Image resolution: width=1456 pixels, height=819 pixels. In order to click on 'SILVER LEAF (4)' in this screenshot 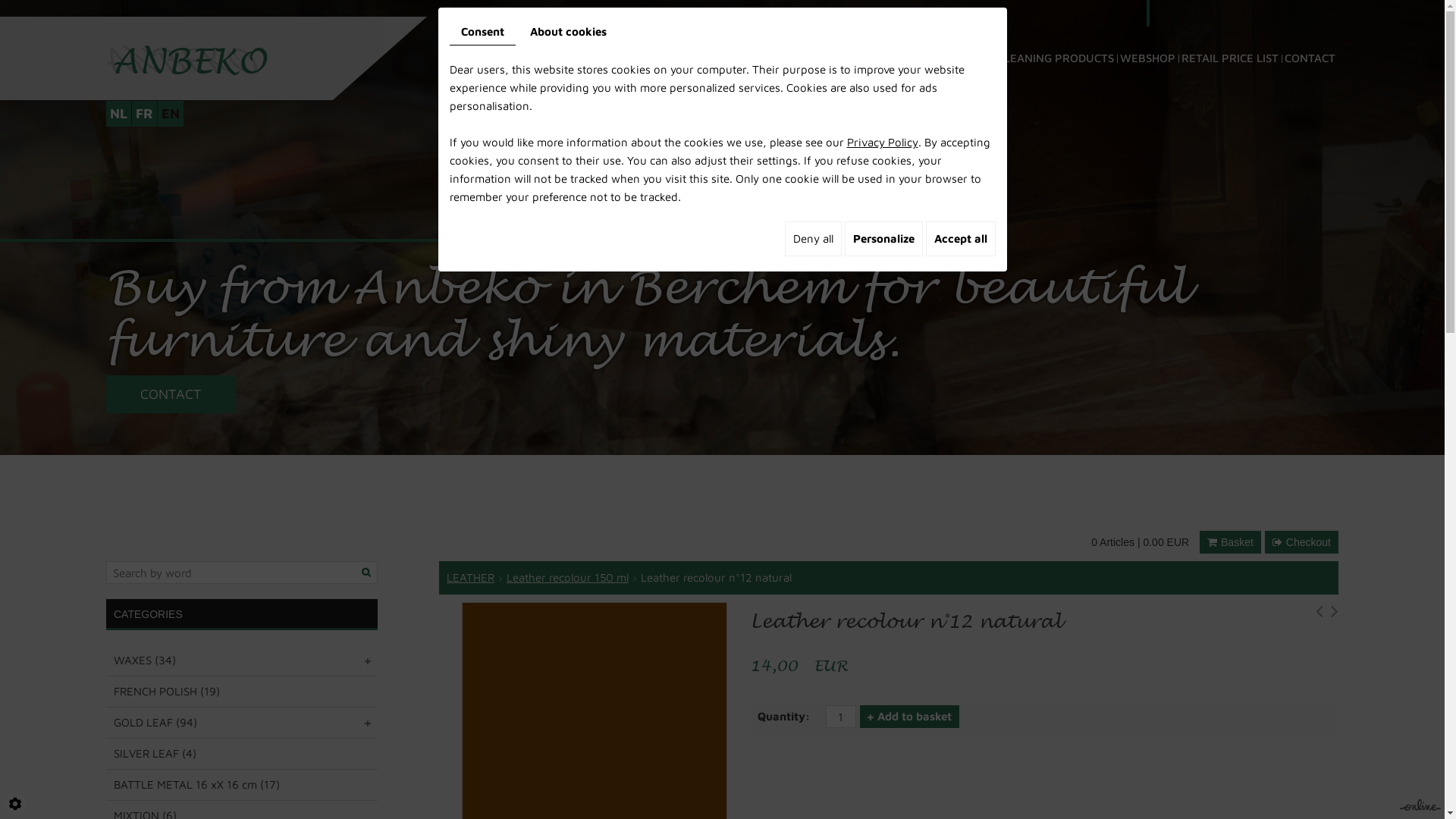, I will do `click(240, 754)`.